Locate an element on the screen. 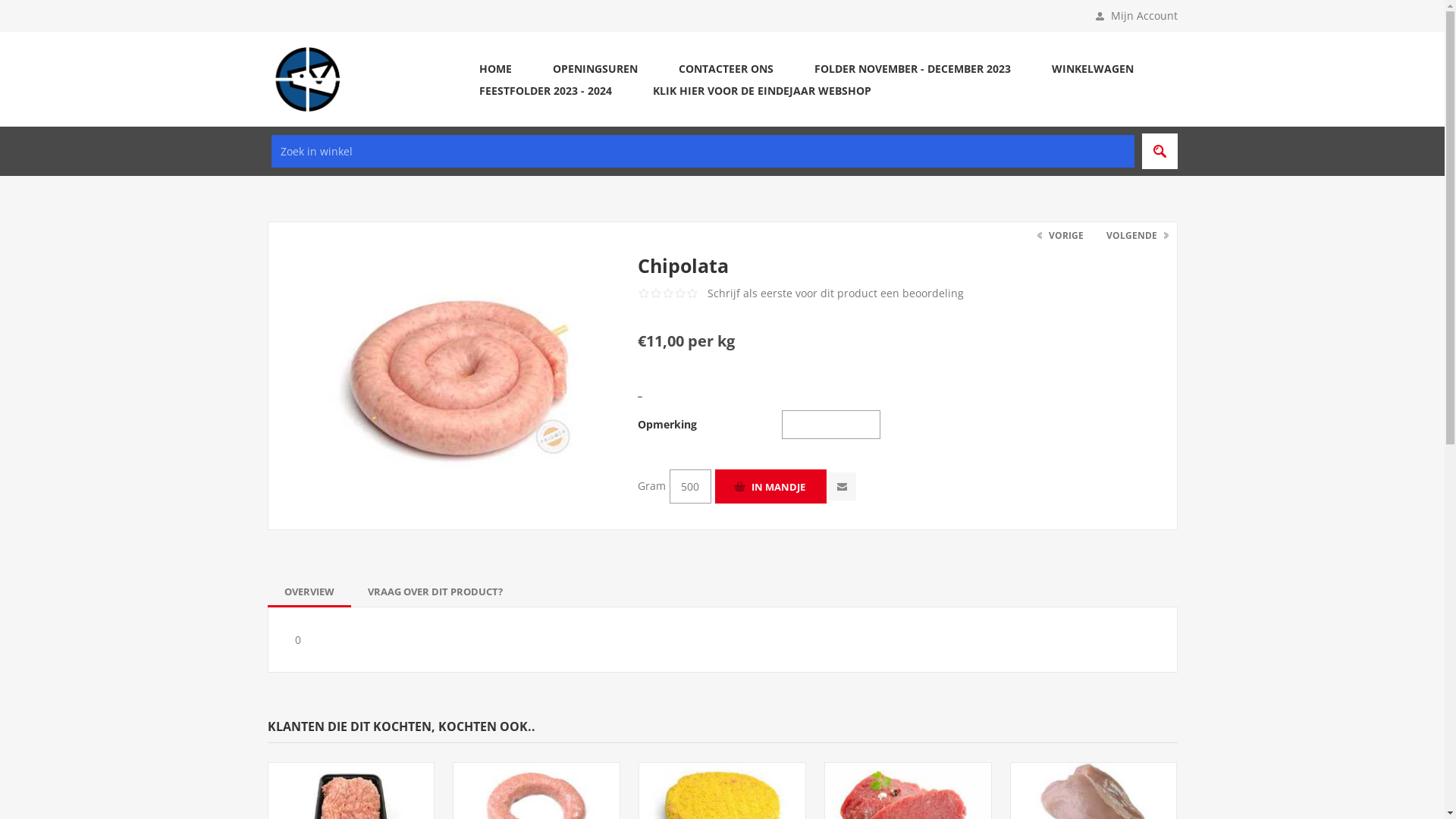 The width and height of the screenshot is (1456, 819). 'FEESTFOLDER 2023 - 2024' is located at coordinates (544, 89).